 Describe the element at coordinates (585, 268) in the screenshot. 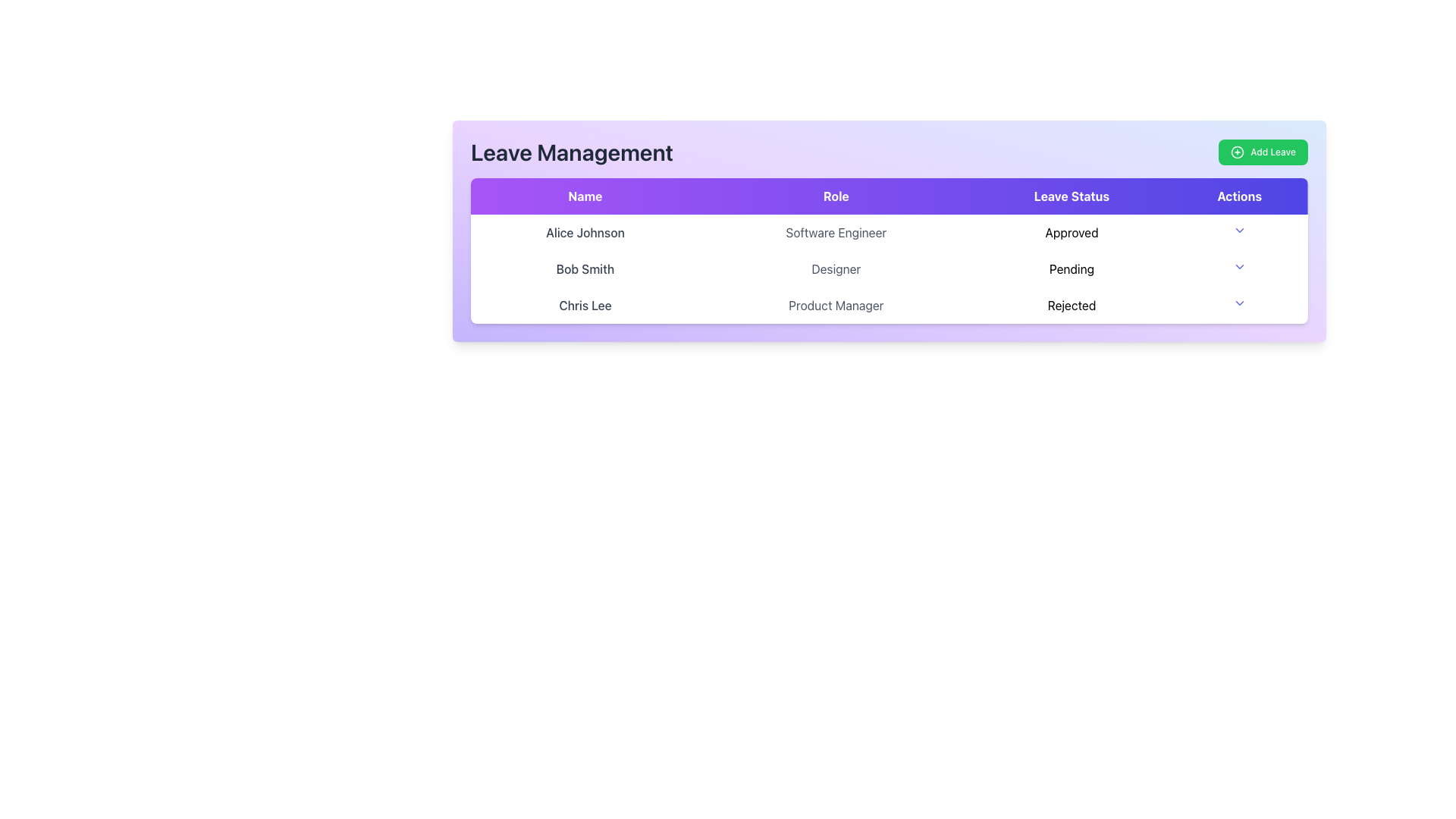

I see `the informational text label displaying the name 'Bob Smith' located in the second row of the table within the 'Name' column, positioned between 'Alice Johnson' and 'Chris Lee.'` at that location.